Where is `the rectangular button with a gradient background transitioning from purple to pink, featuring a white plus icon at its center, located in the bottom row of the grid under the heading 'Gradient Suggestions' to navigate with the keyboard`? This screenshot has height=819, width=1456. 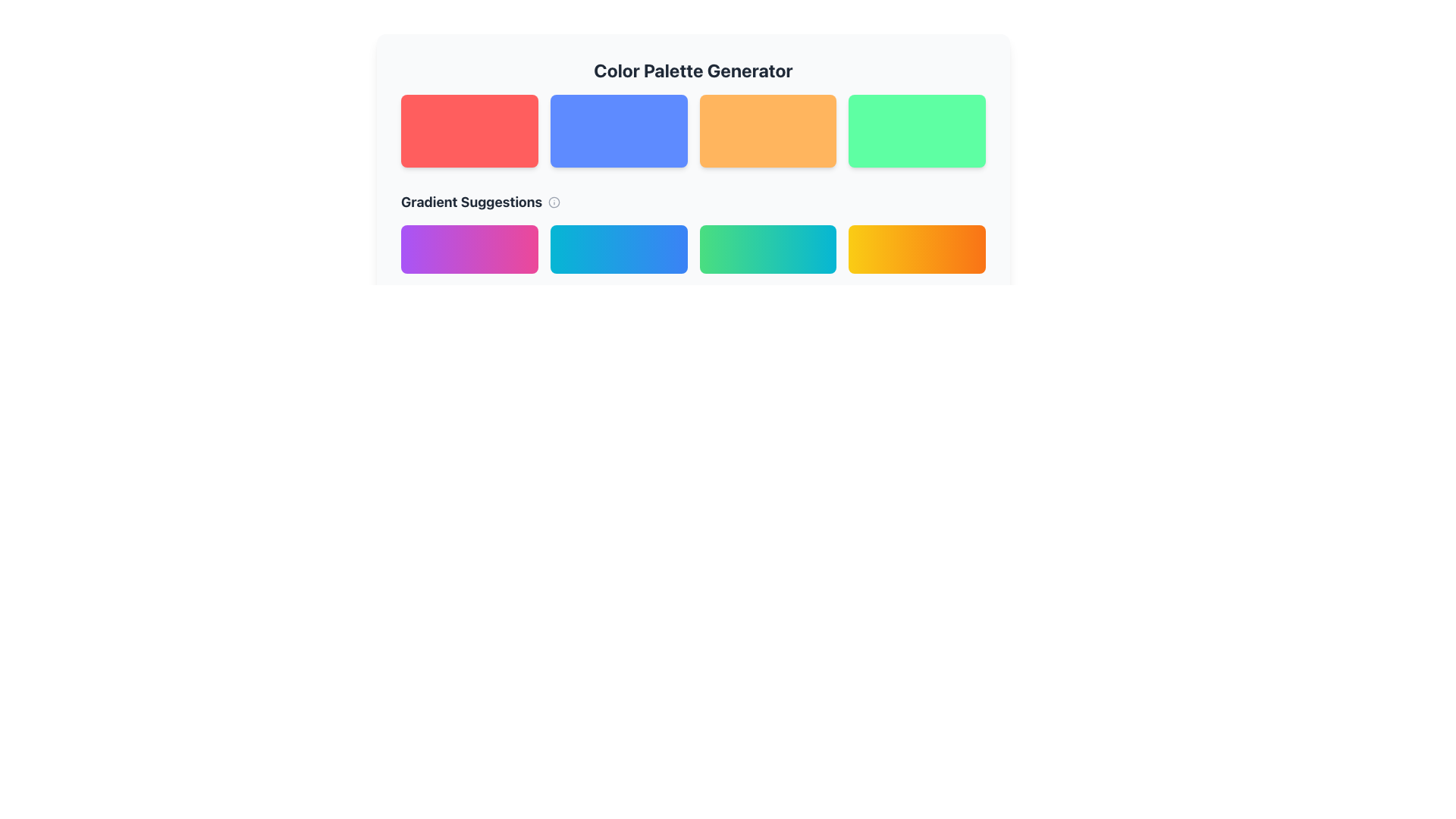 the rectangular button with a gradient background transitioning from purple to pink, featuring a white plus icon at its center, located in the bottom row of the grid under the heading 'Gradient Suggestions' to navigate with the keyboard is located at coordinates (469, 248).